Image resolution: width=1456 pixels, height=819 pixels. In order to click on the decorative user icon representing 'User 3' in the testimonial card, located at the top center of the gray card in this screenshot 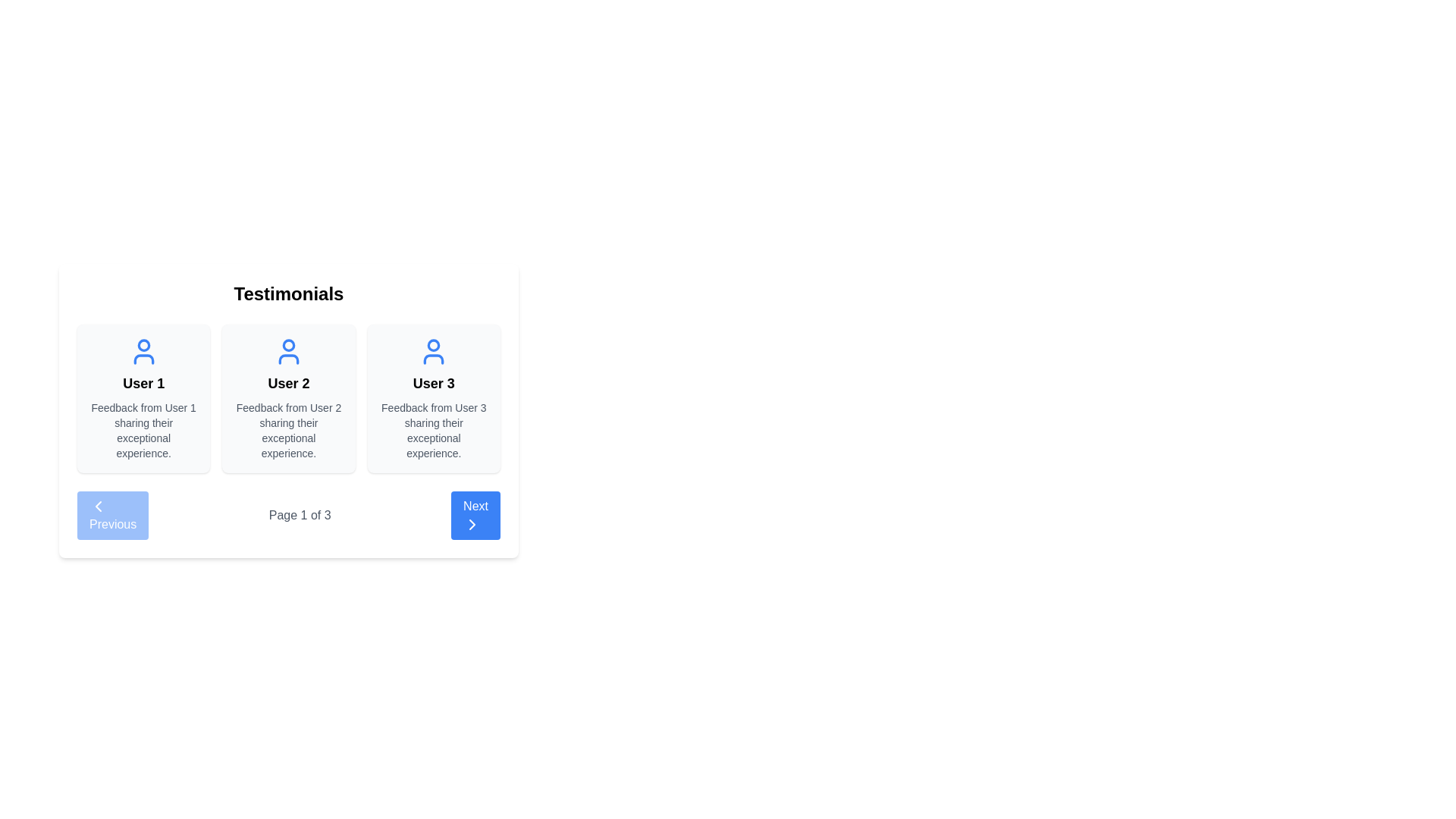, I will do `click(433, 351)`.